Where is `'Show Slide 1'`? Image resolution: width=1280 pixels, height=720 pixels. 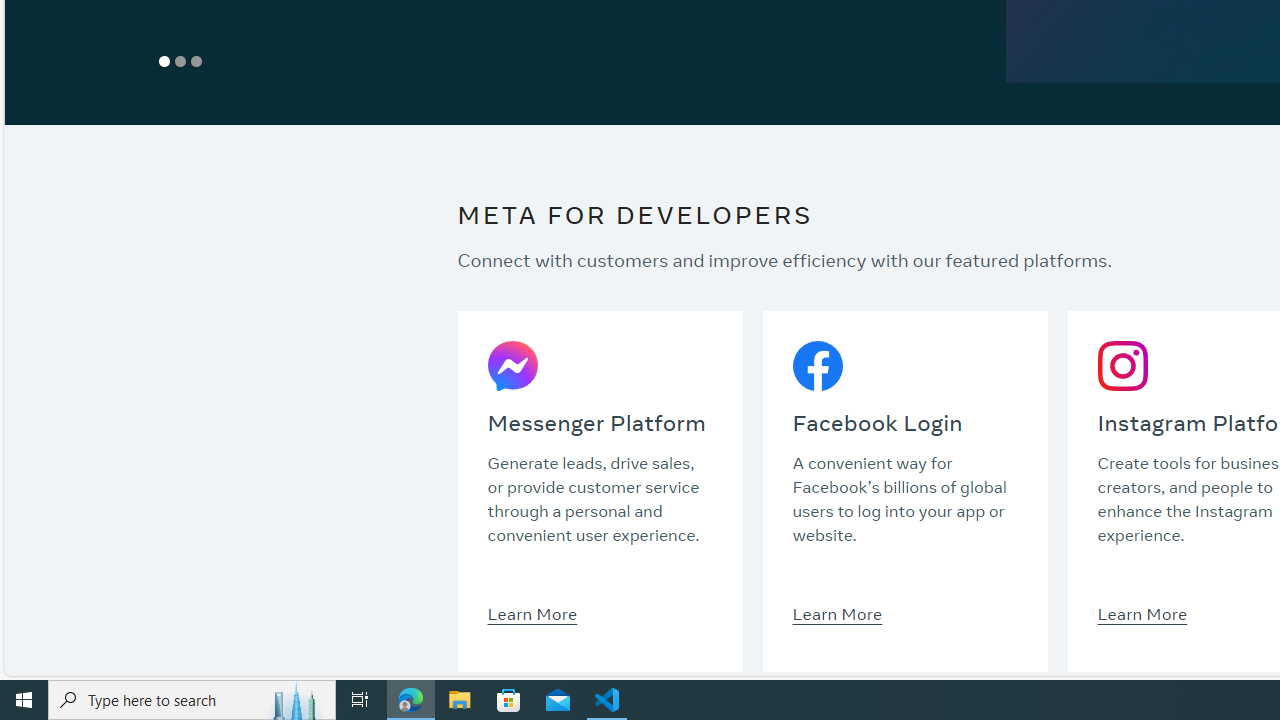
'Show Slide 1' is located at coordinates (165, 60).